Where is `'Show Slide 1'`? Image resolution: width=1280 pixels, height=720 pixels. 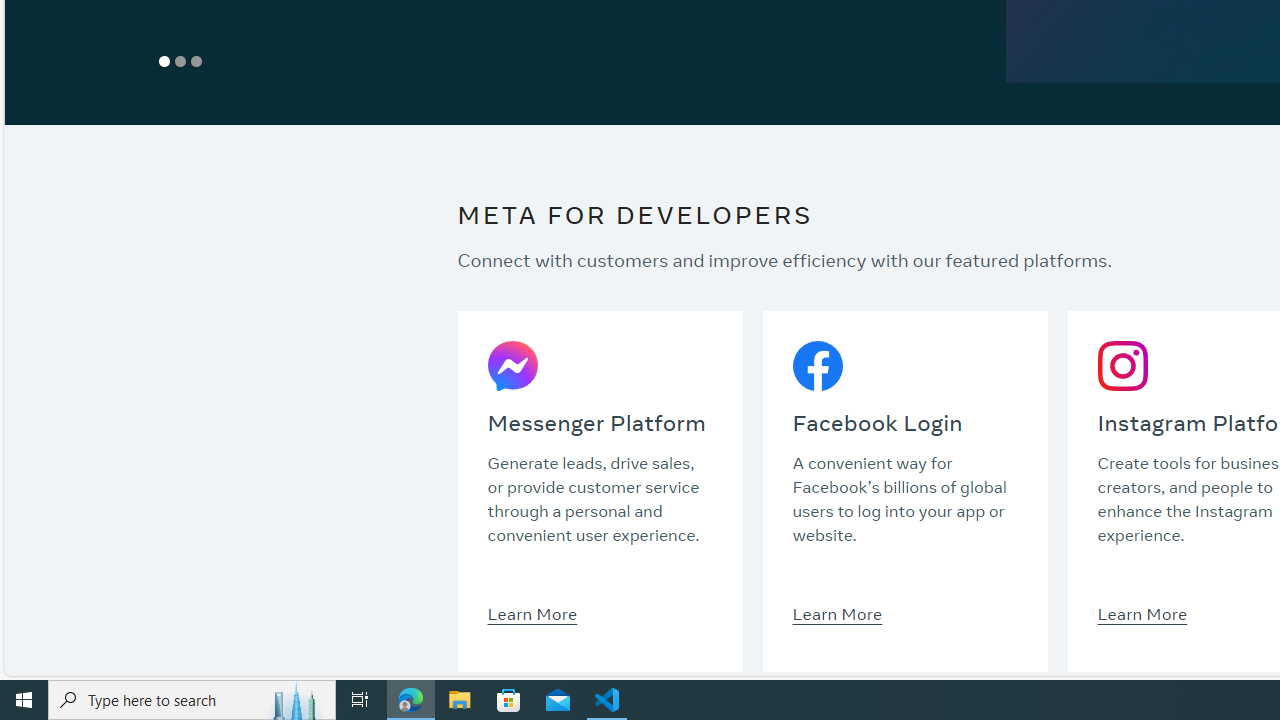
'Show Slide 1' is located at coordinates (165, 60).